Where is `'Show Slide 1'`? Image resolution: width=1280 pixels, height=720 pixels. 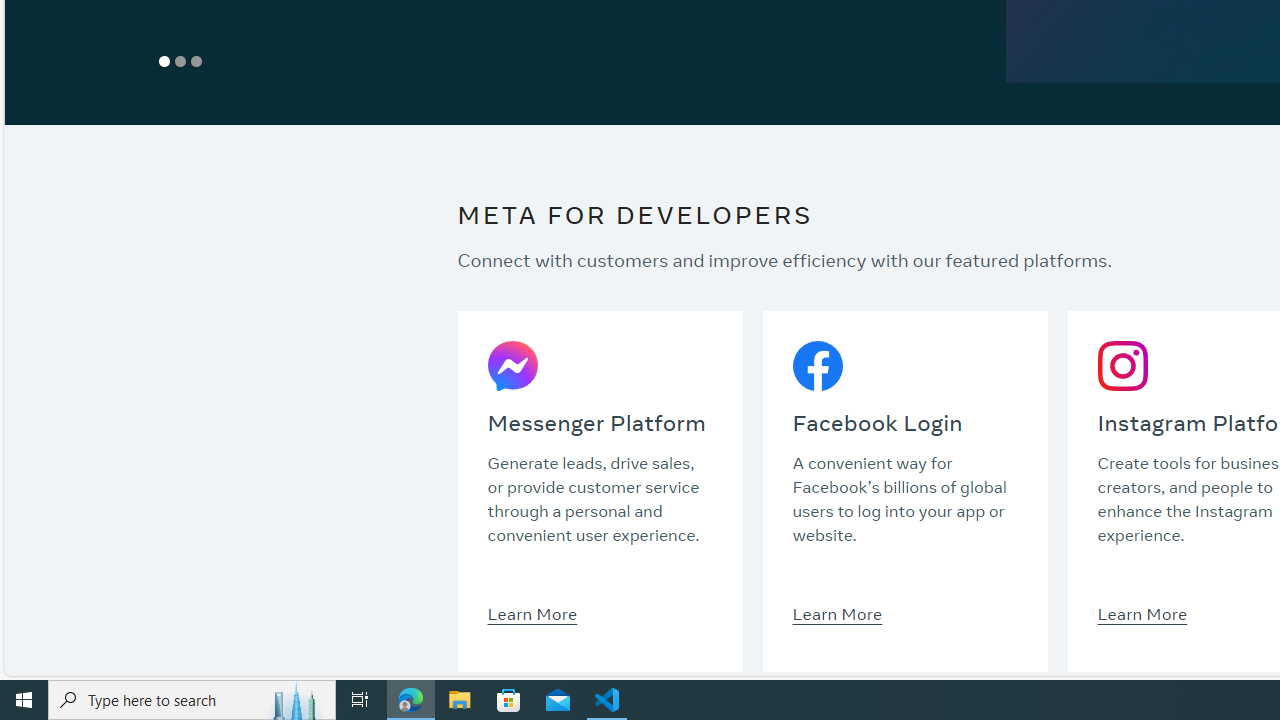
'Show Slide 1' is located at coordinates (165, 60).